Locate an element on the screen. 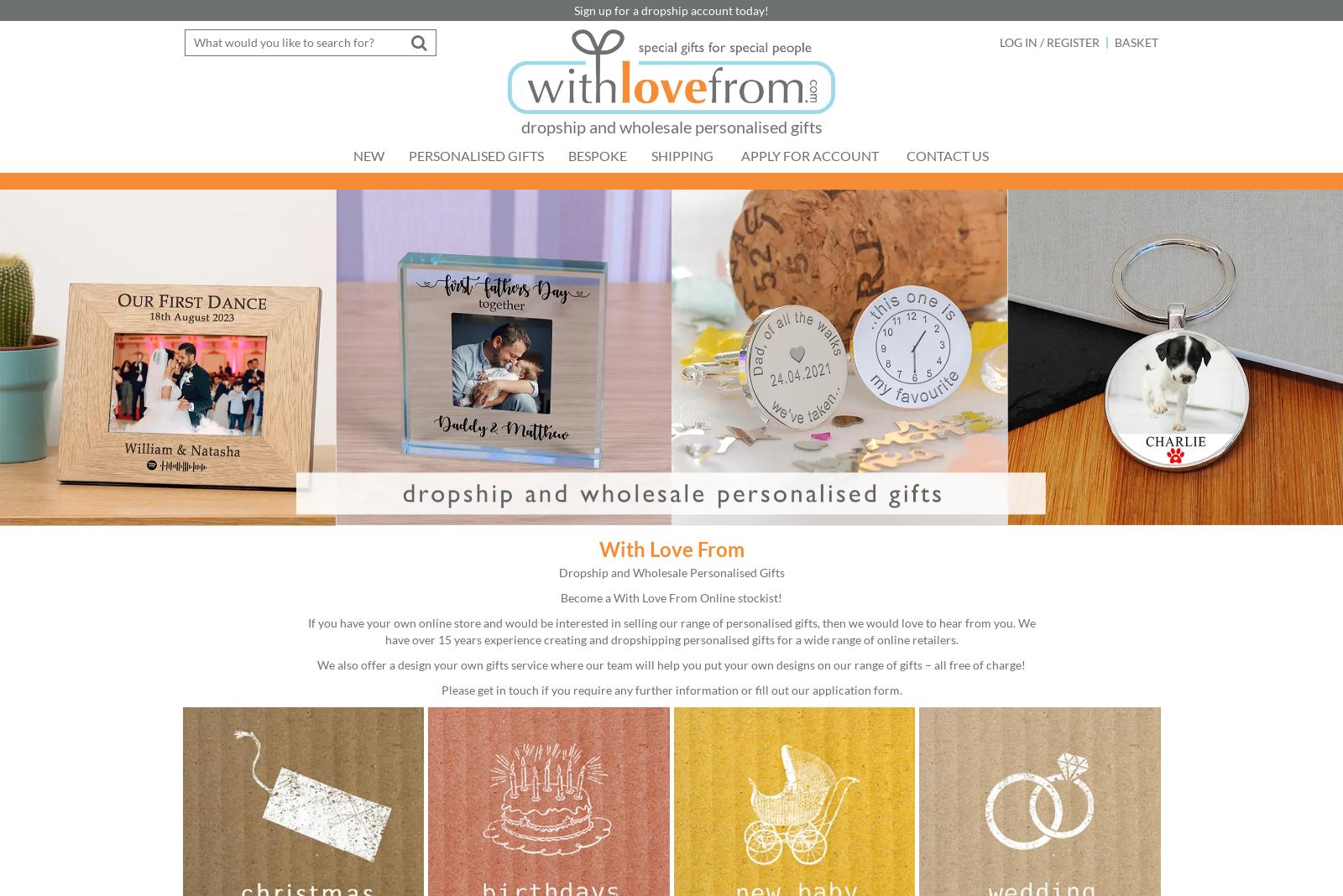 This screenshot has height=896, width=1343. 'Shipping' is located at coordinates (681, 155).